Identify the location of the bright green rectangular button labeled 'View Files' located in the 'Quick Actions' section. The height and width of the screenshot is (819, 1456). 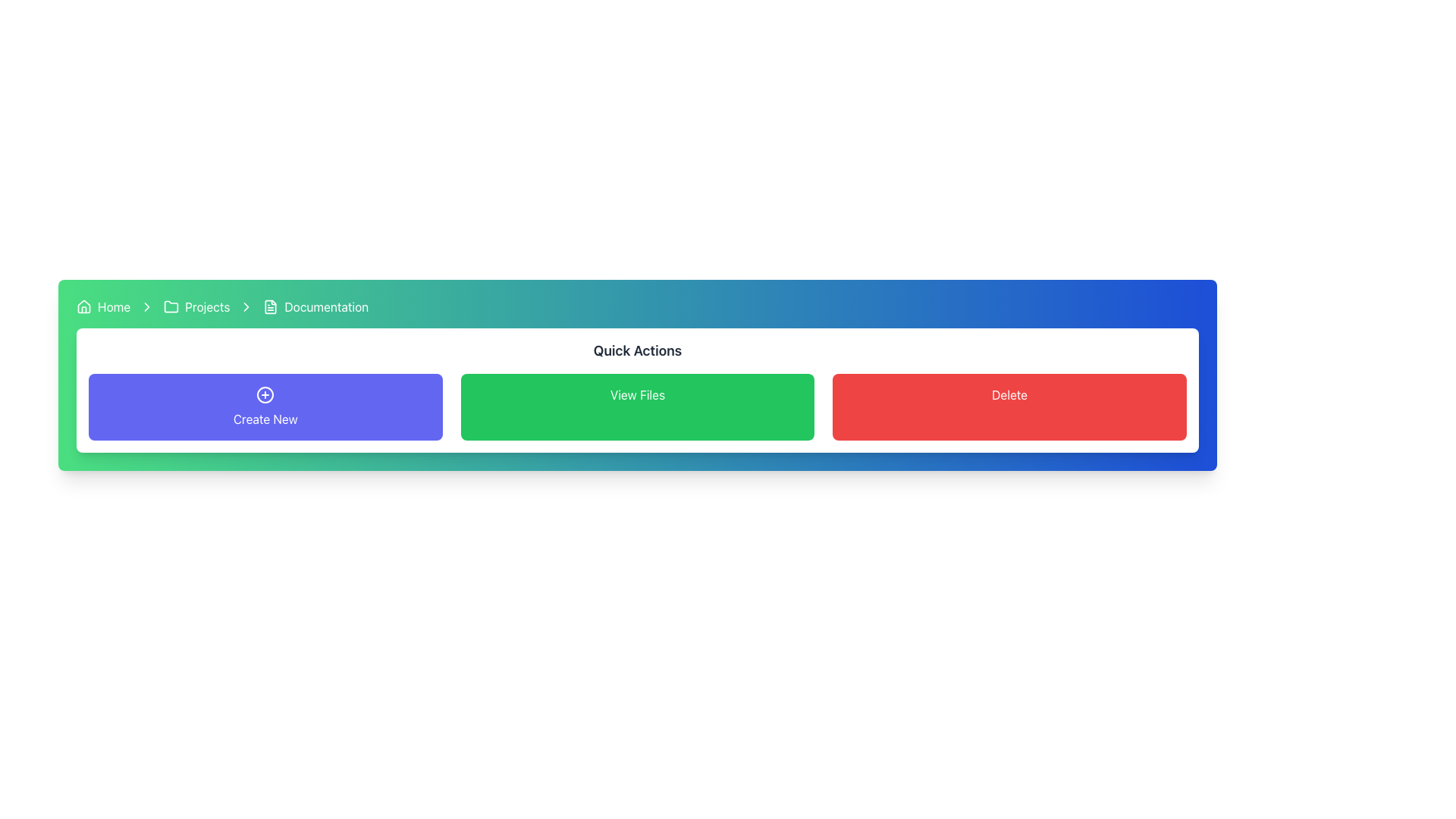
(637, 406).